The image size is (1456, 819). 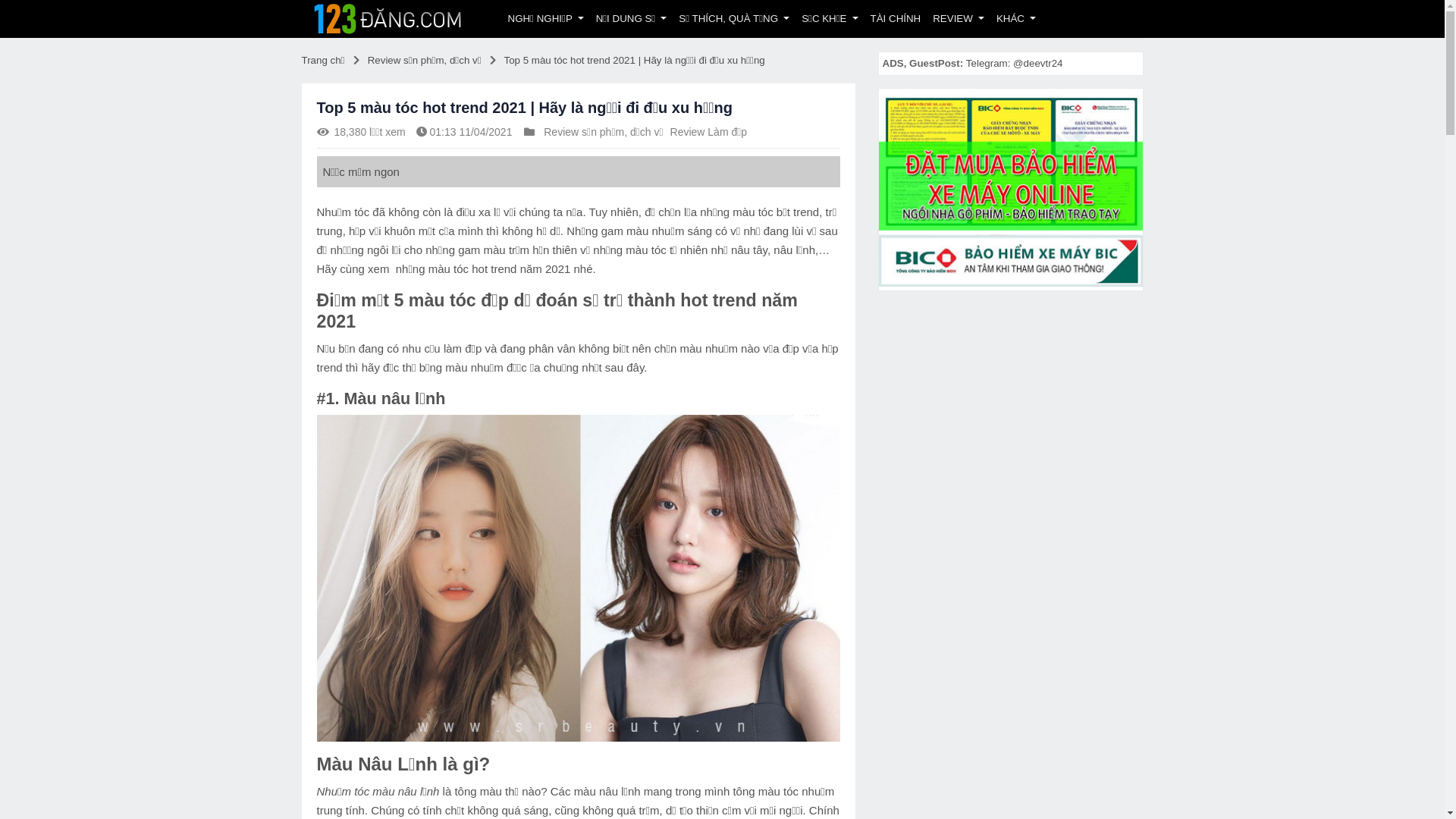 I want to click on '01:13 11/04/2021', so click(x=469, y=130).